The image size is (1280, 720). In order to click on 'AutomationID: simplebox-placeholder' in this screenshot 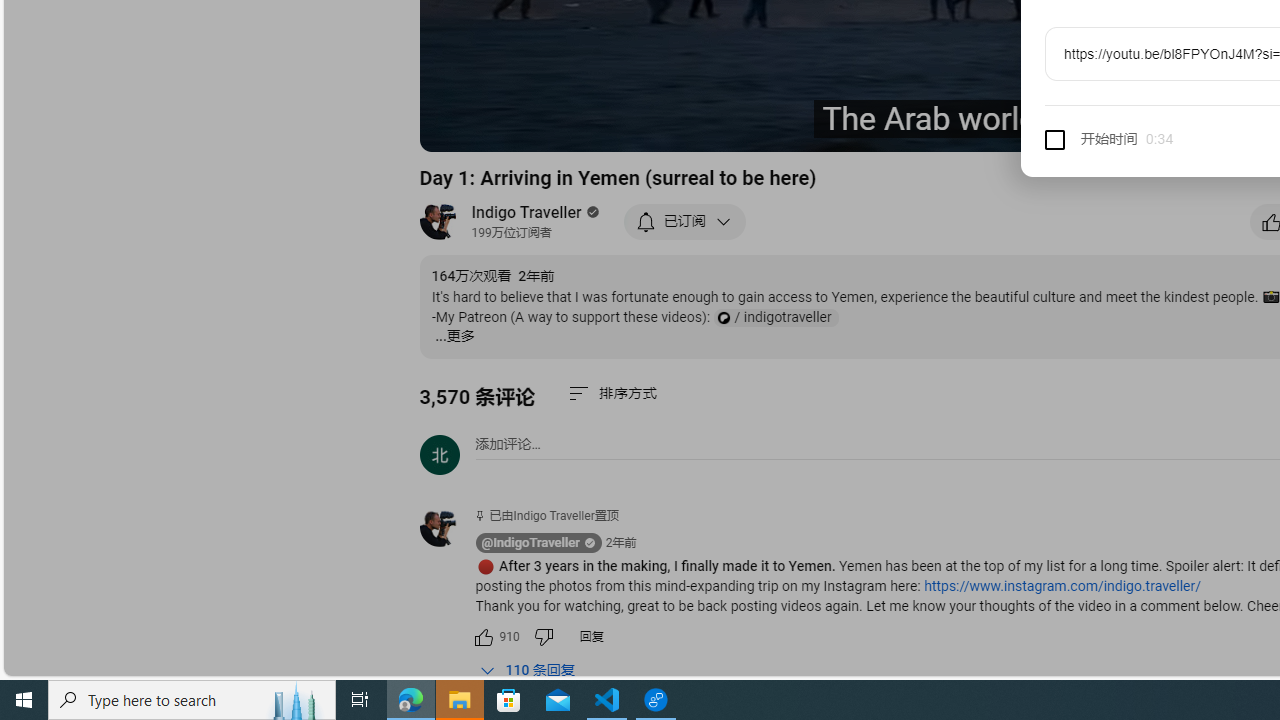, I will do `click(508, 443)`.